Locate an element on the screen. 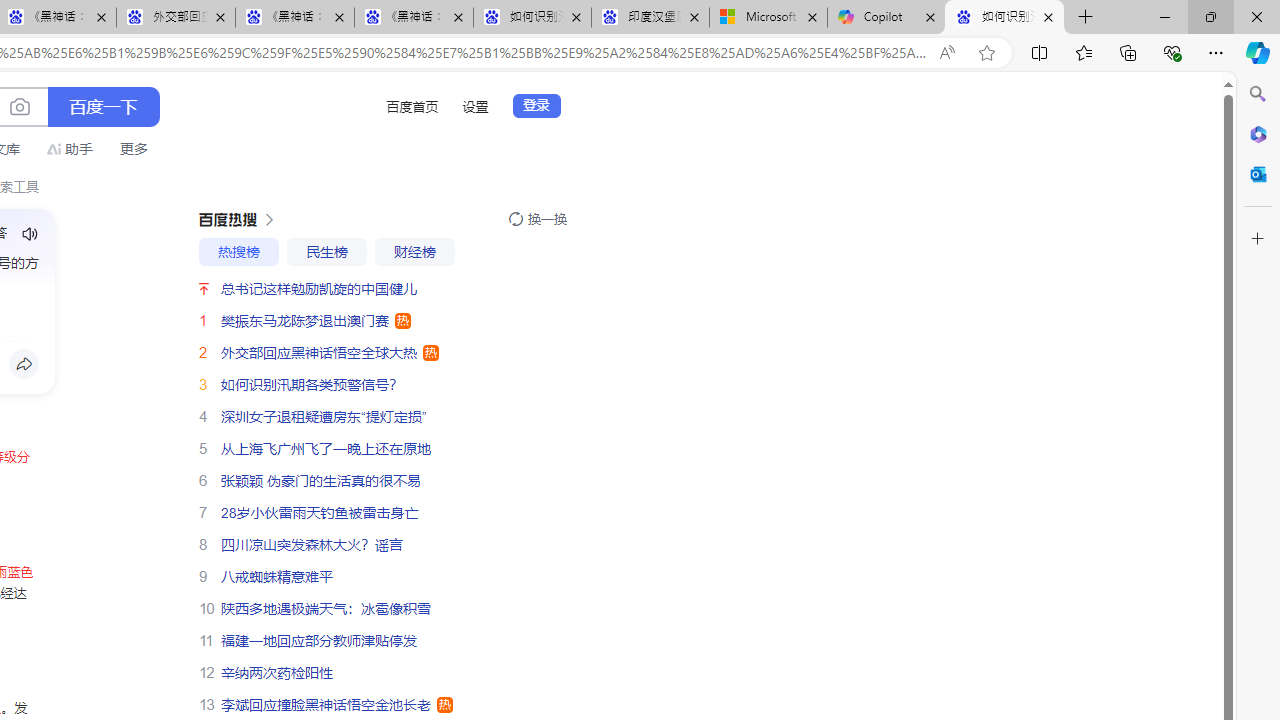  'Search' is located at coordinates (1257, 94).